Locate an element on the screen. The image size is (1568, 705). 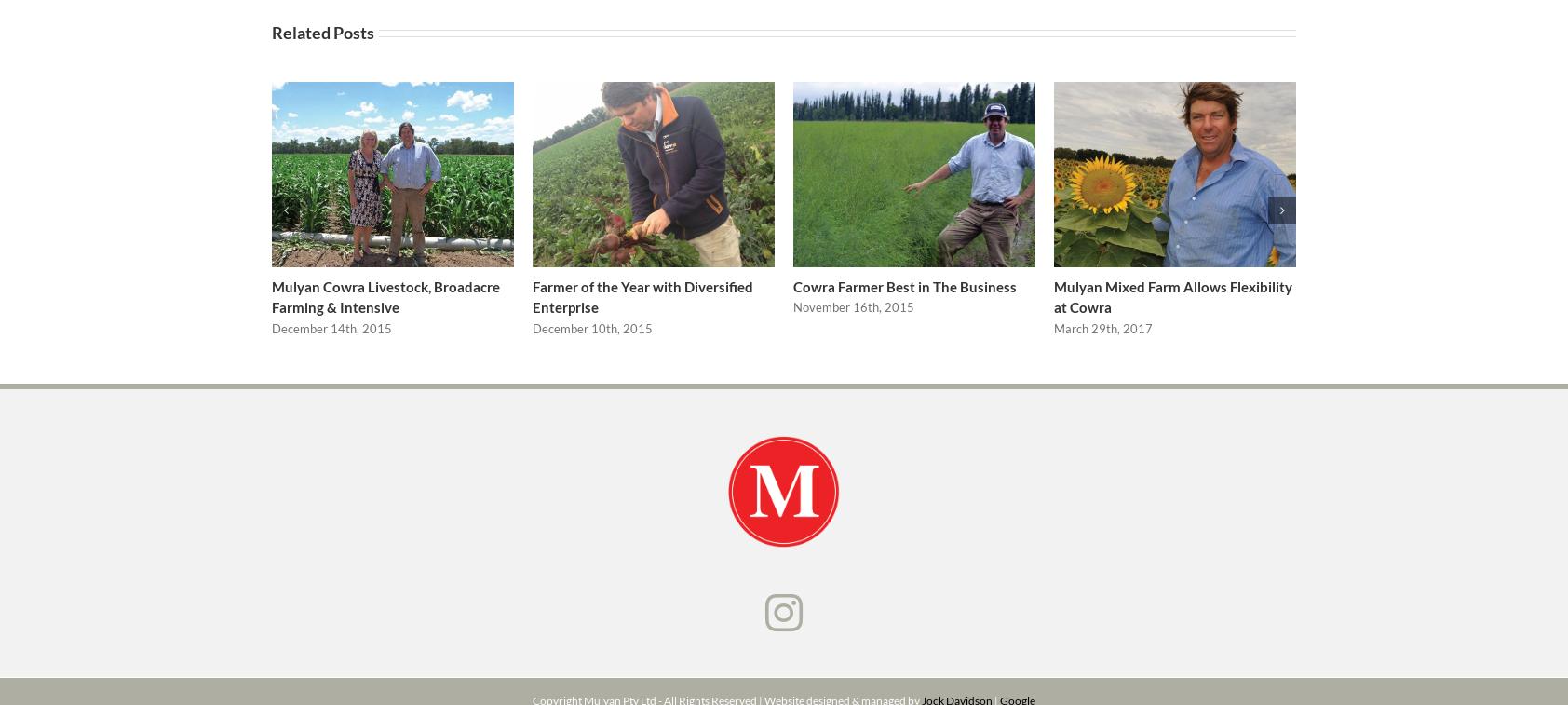
'March 29th, 2017' is located at coordinates (1103, 335).